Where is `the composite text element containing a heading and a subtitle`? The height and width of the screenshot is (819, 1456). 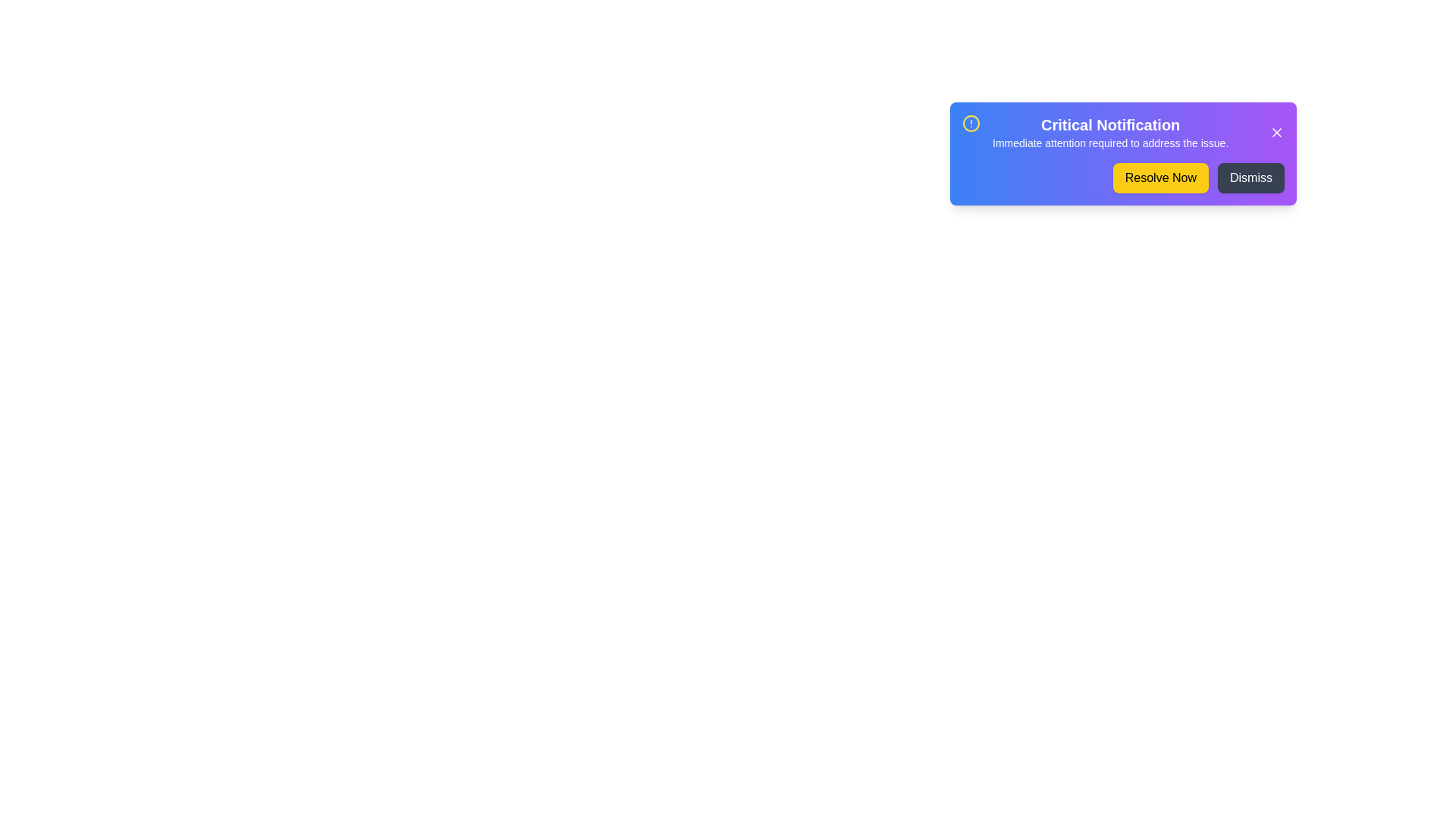 the composite text element containing a heading and a subtitle is located at coordinates (1110, 131).